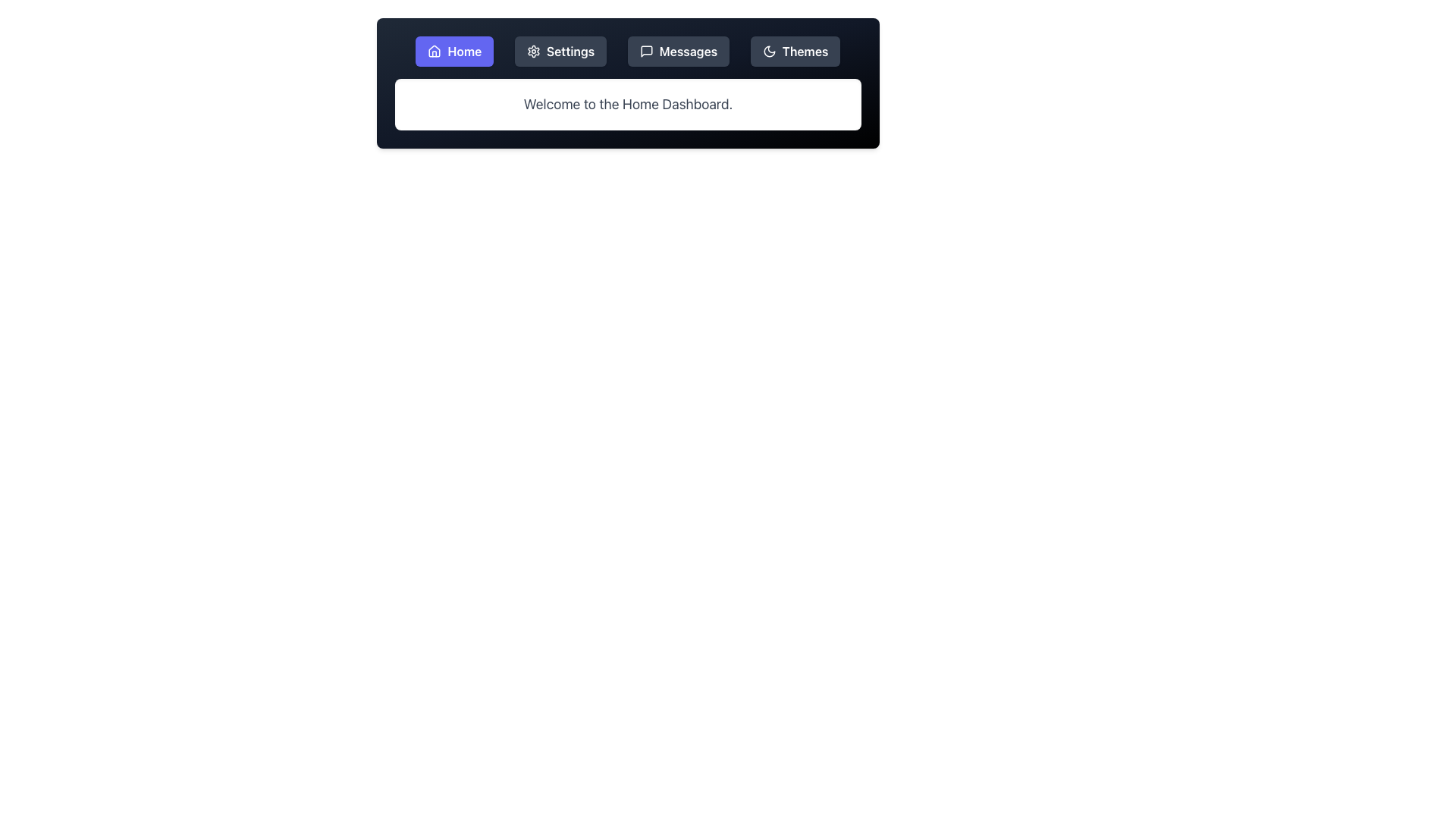 The height and width of the screenshot is (819, 1456). I want to click on the purple 'Home' button with rounded corners and a house icon, so click(454, 51).